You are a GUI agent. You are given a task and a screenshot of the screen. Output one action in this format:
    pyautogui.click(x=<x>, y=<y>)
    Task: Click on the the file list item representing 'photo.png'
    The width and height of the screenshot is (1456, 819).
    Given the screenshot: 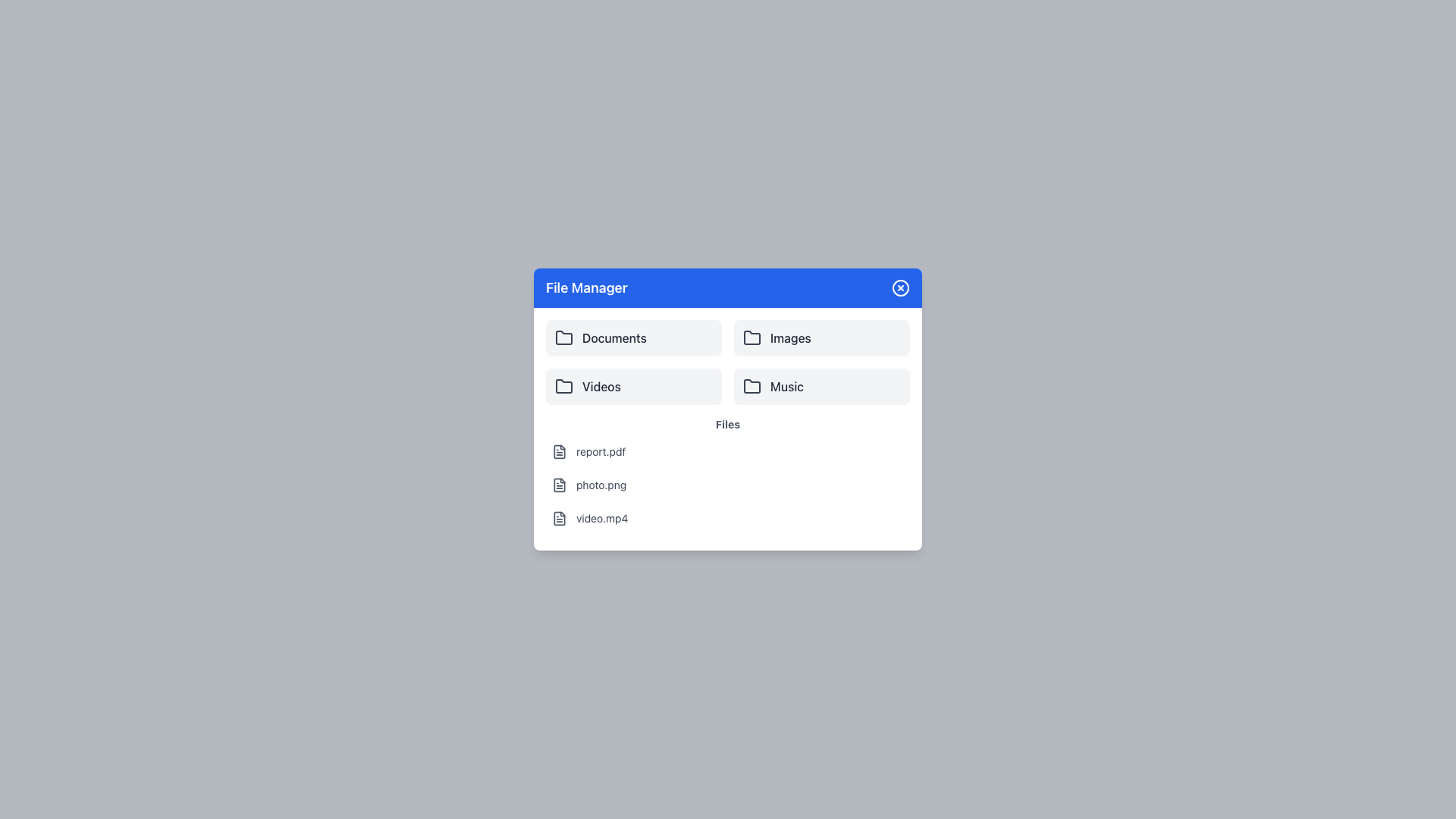 What is the action you would take?
    pyautogui.click(x=728, y=485)
    